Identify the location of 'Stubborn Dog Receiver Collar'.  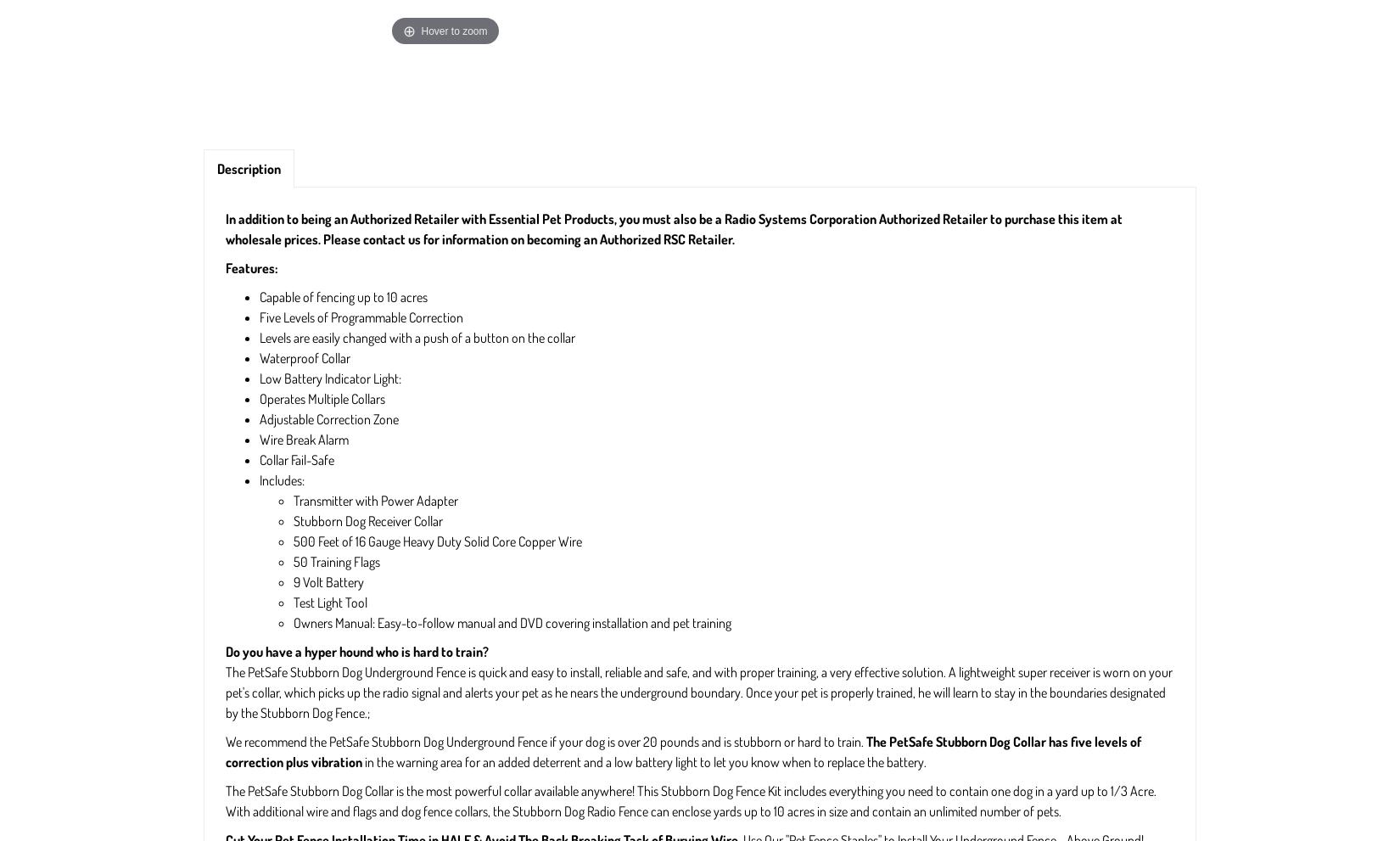
(367, 521).